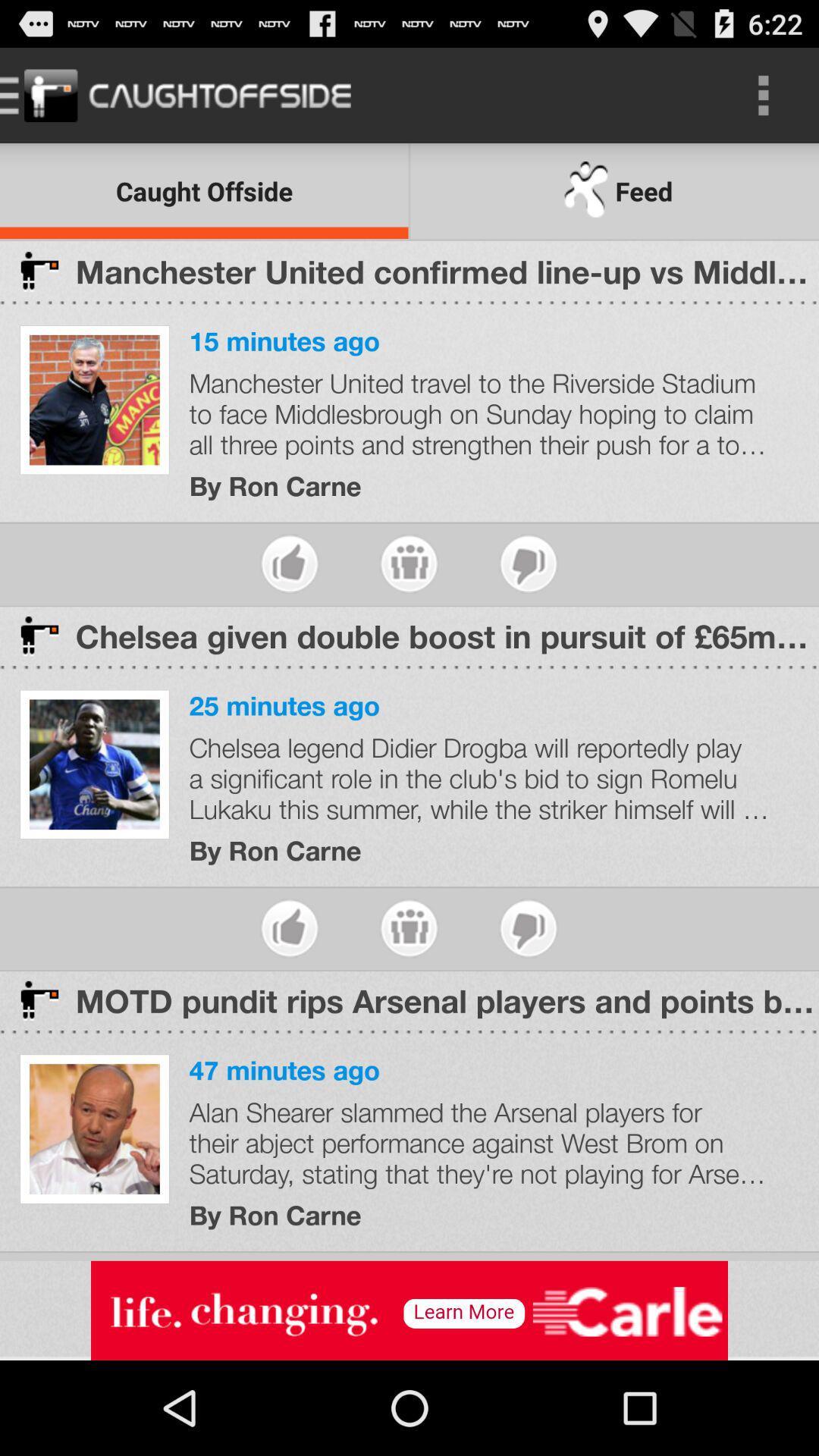 The image size is (819, 1456). What do you see at coordinates (528, 563) in the screenshot?
I see `thumbs down` at bounding box center [528, 563].